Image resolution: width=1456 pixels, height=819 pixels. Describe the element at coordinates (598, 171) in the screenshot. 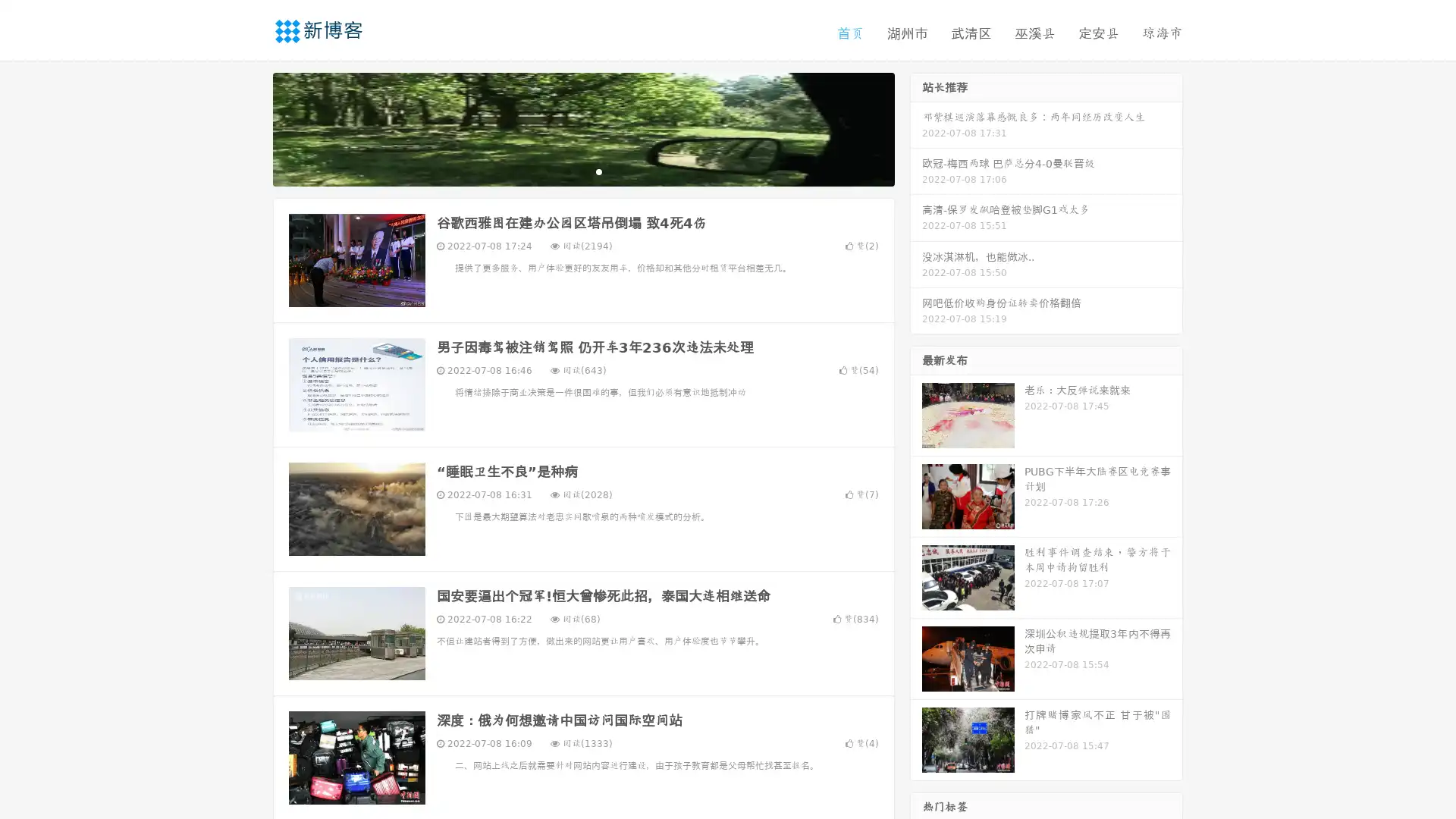

I see `Go to slide 3` at that location.